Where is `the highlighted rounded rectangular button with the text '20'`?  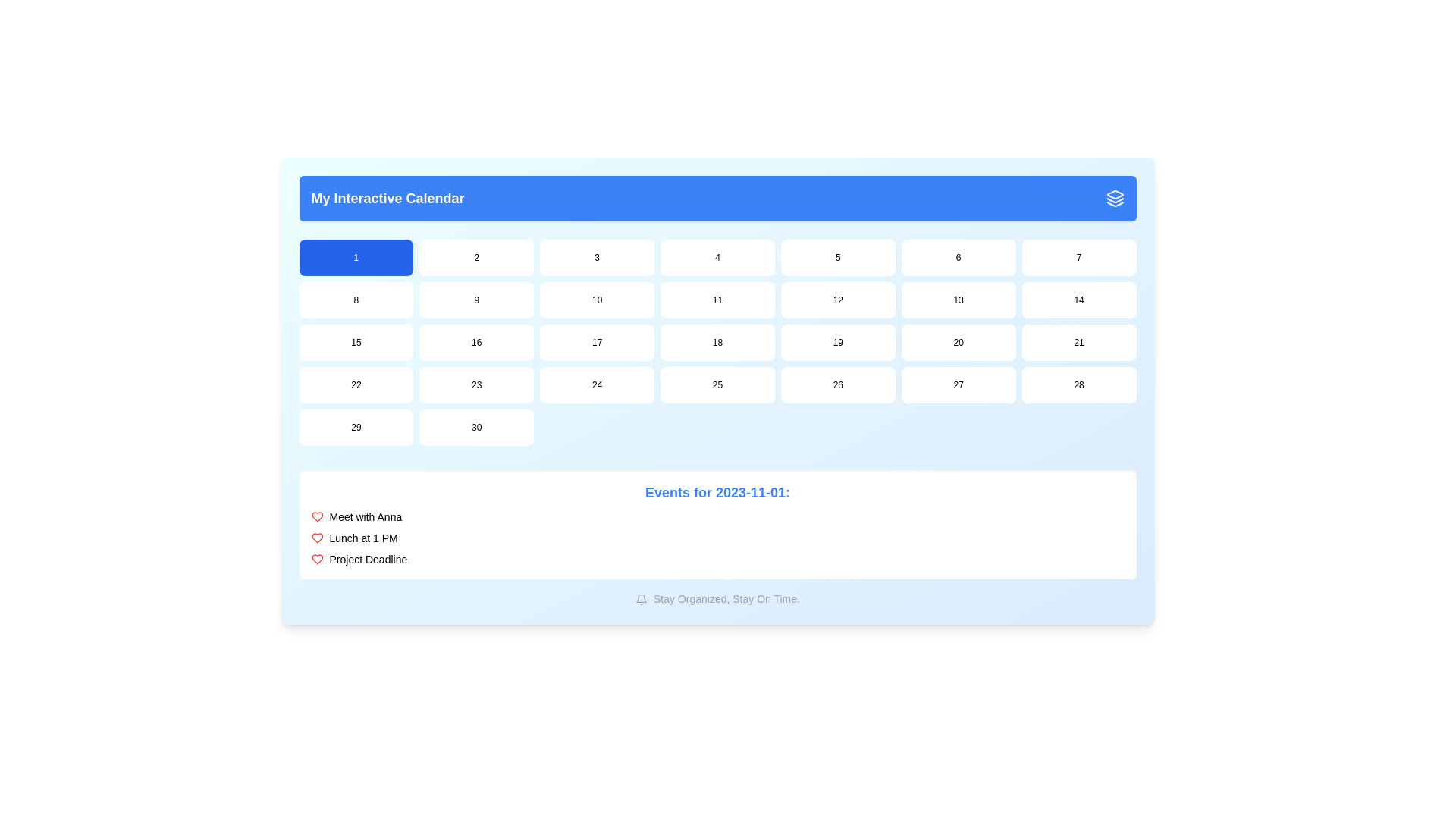 the highlighted rounded rectangular button with the text '20' is located at coordinates (958, 342).